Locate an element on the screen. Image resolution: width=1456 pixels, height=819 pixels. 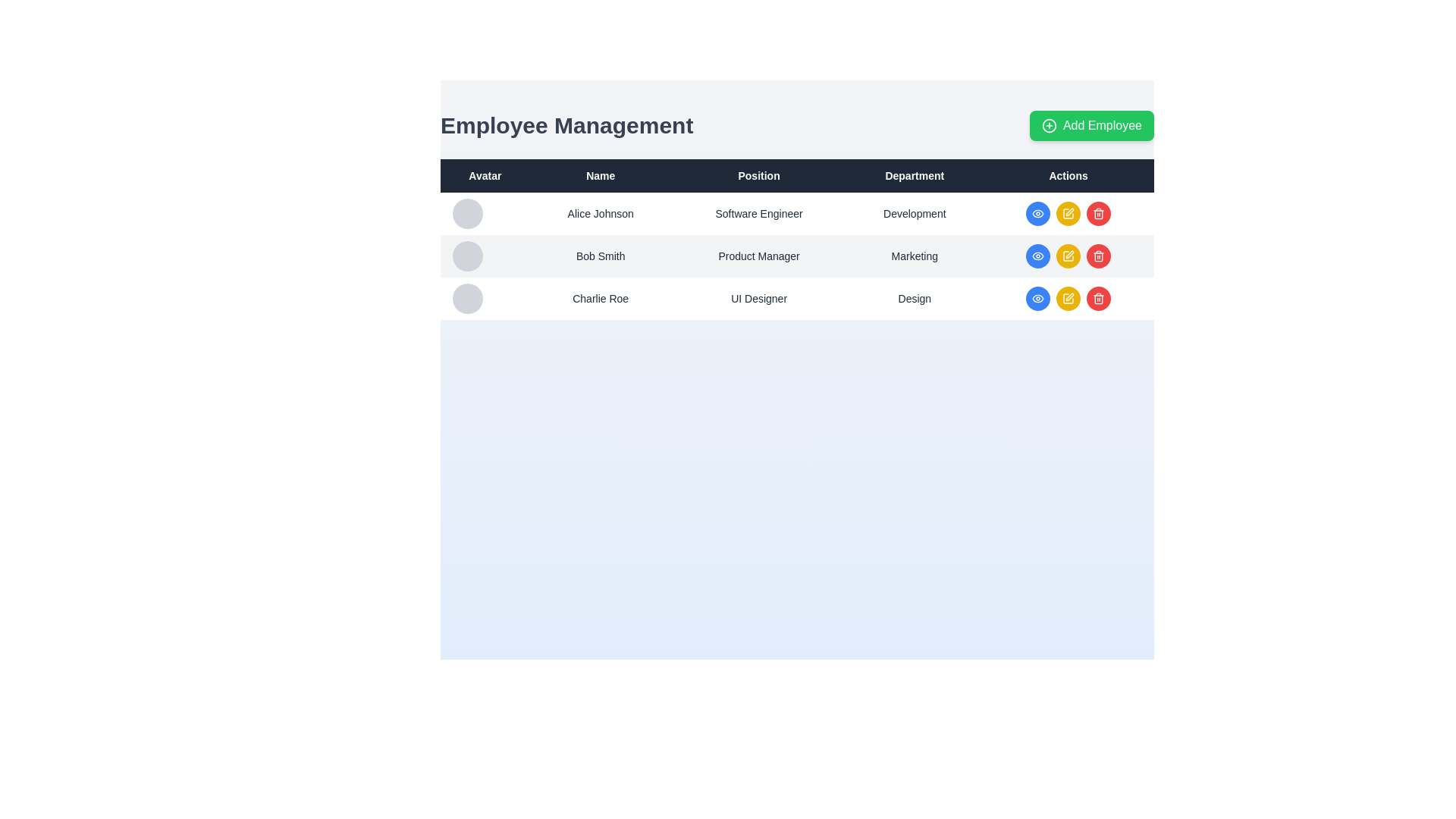
the edit button for Bob Smith's entry located in the Actions column, as the second button in the action controls group is located at coordinates (1068, 256).